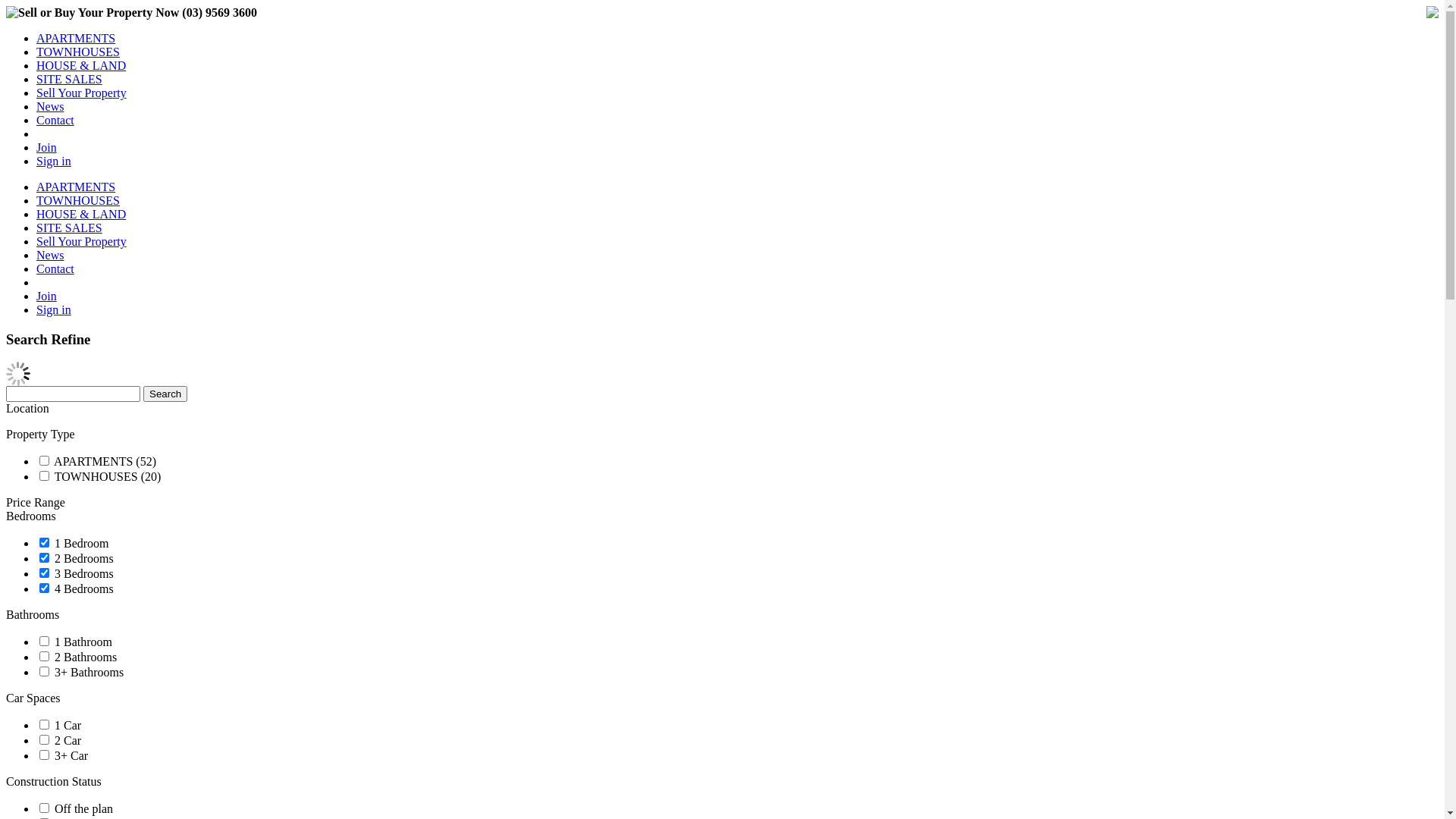 This screenshot has height=819, width=1456. I want to click on 'SITE SALES', so click(68, 79).